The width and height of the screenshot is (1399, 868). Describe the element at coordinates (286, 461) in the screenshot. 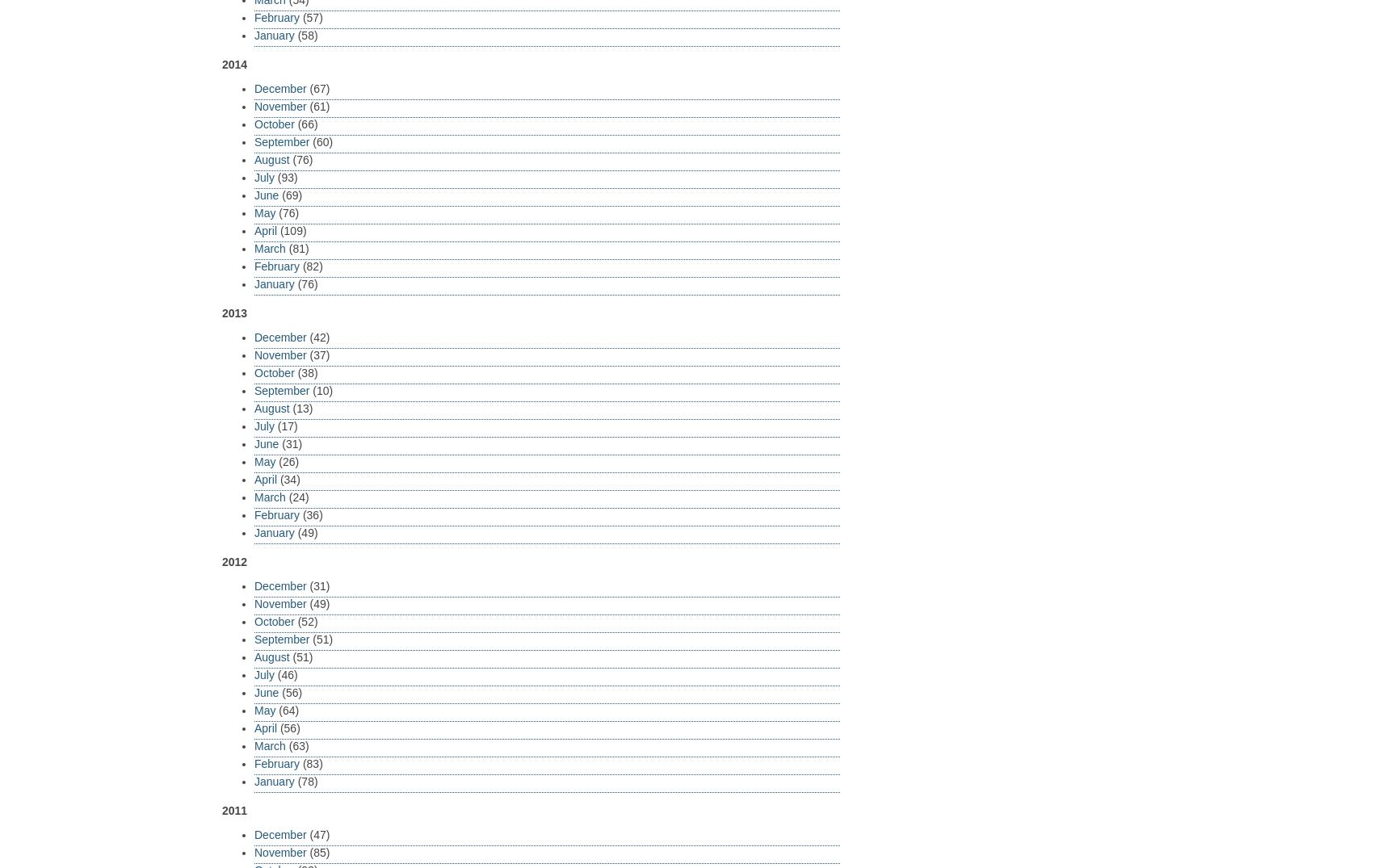

I see `'(26)'` at that location.